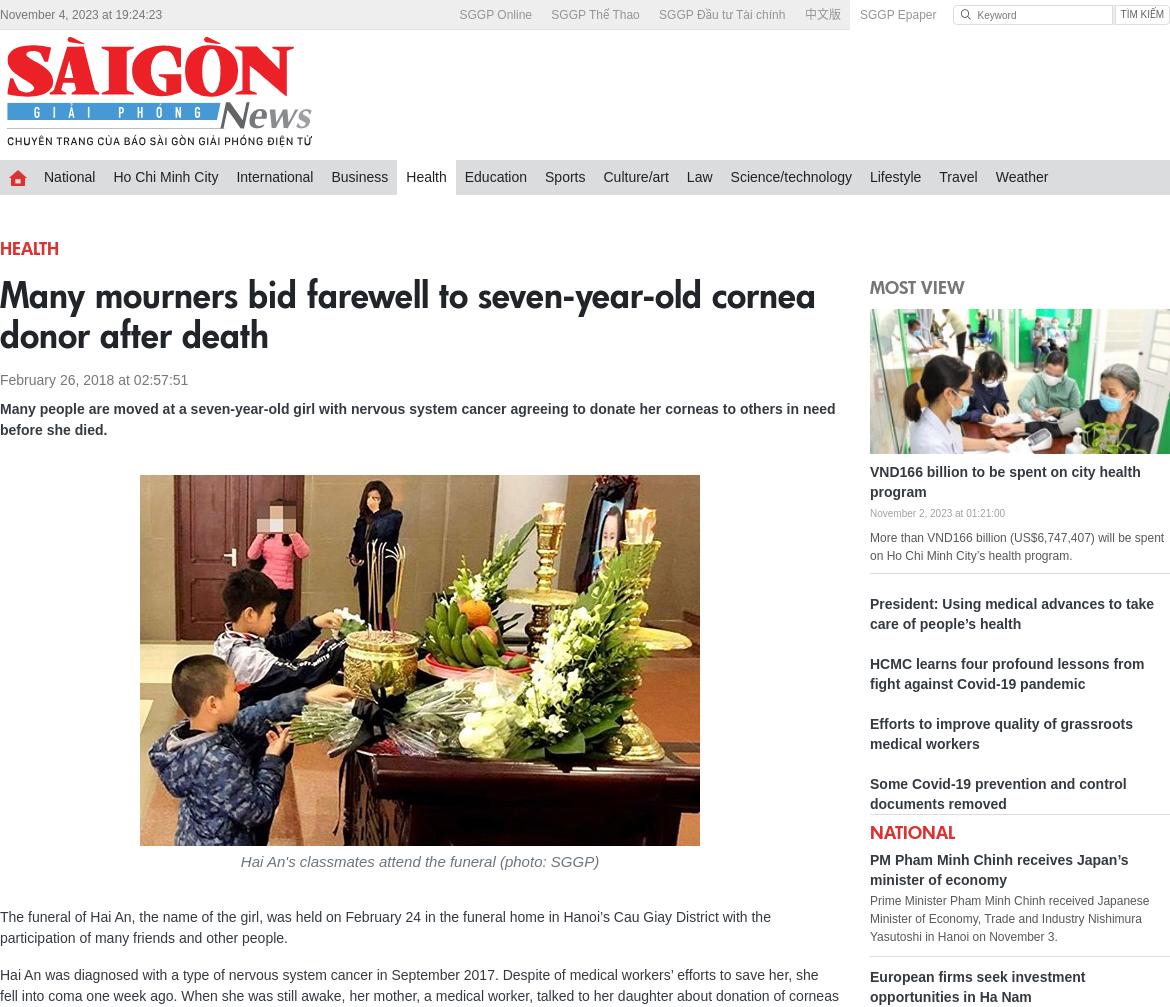 This screenshot has height=1007, width=1170. What do you see at coordinates (706, 380) in the screenshot?
I see `'Vietnamese novel published in RoK links two culures'` at bounding box center [706, 380].